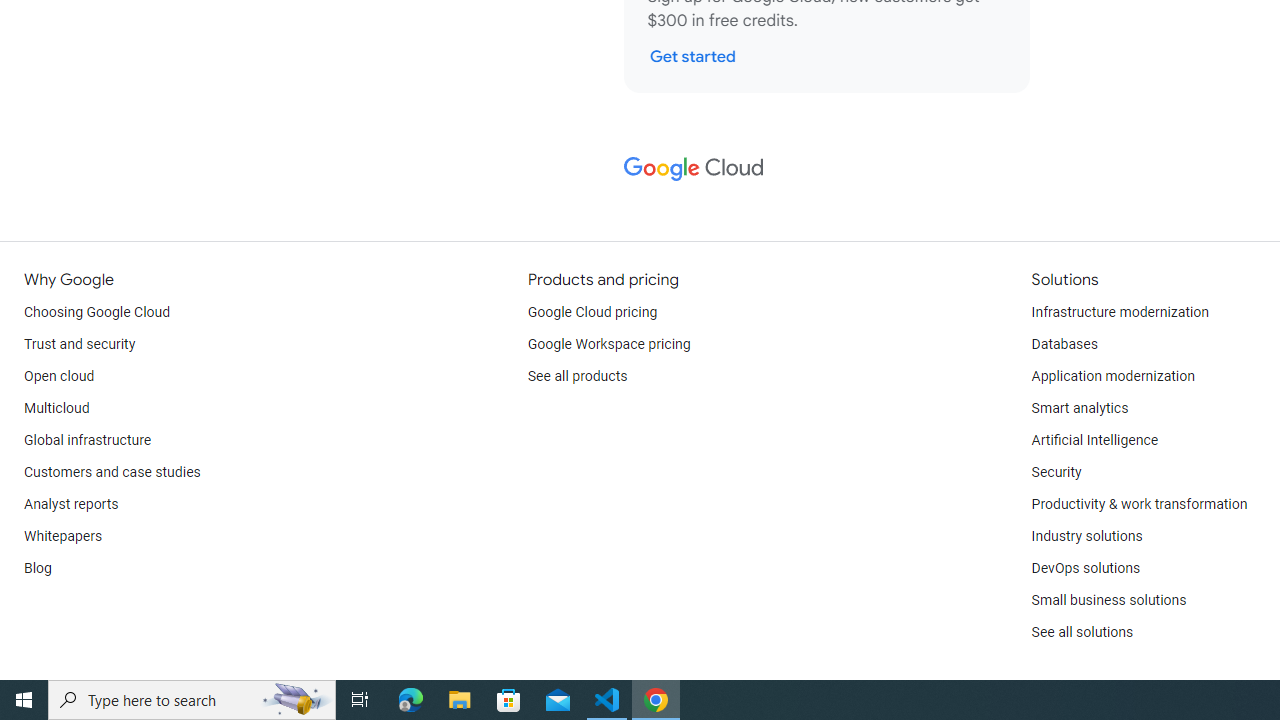  What do you see at coordinates (591, 312) in the screenshot?
I see `'Google Cloud pricing'` at bounding box center [591, 312].